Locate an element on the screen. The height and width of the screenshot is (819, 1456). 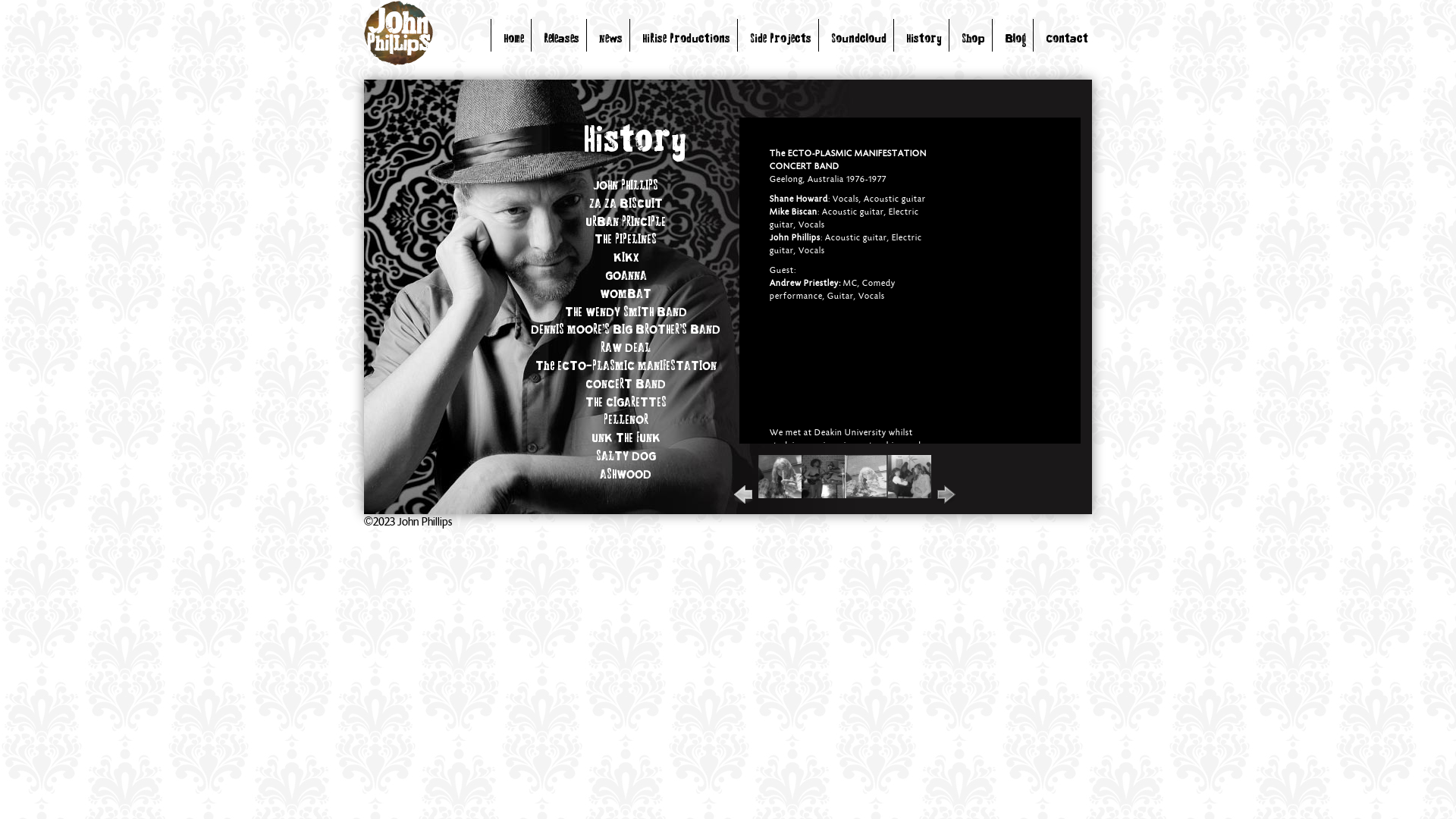
'The ECTO-PLASMIC MANIFESTATION CONCERT BAND' is located at coordinates (535, 375).